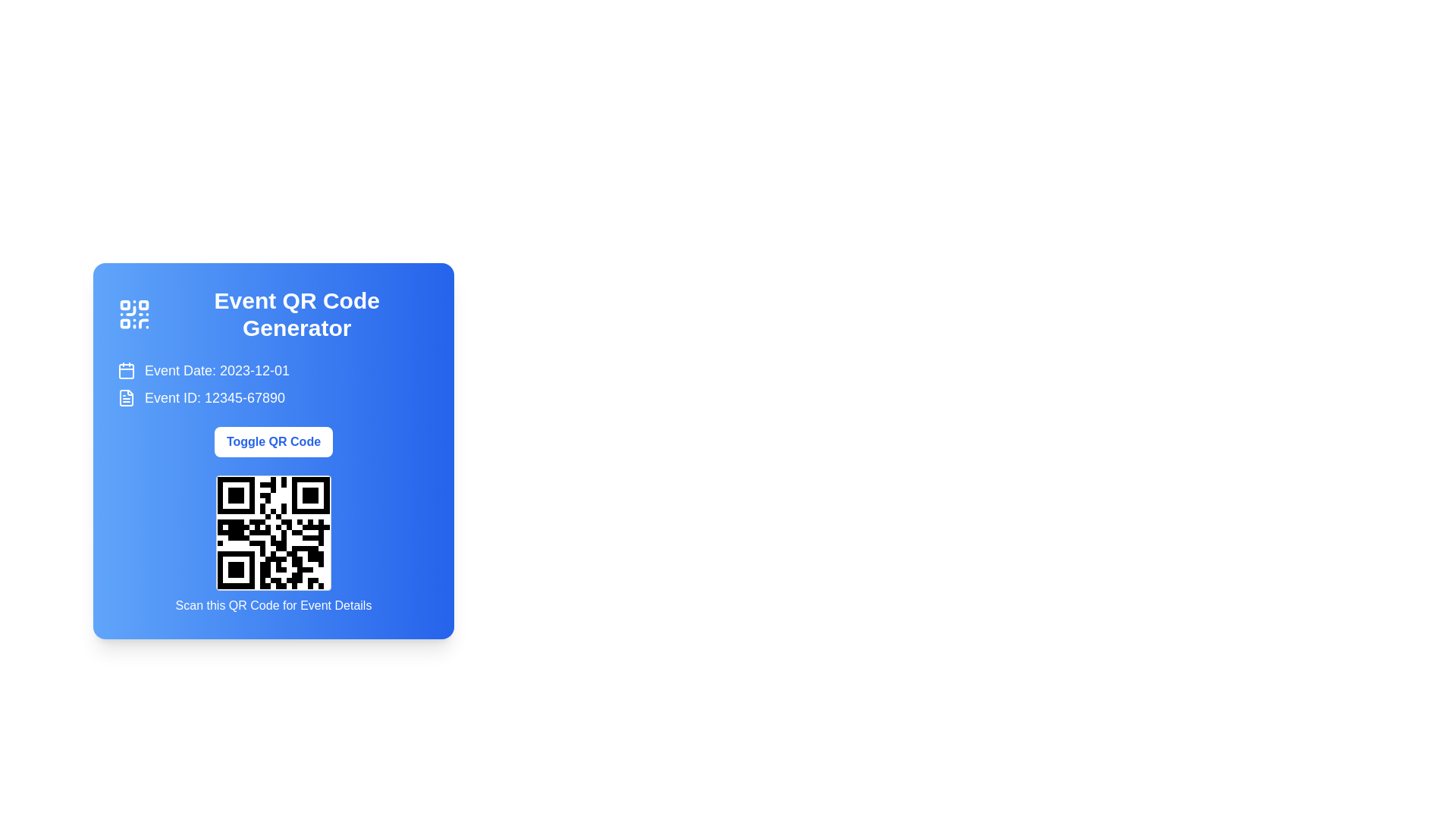 Image resolution: width=1456 pixels, height=819 pixels. Describe the element at coordinates (216, 371) in the screenshot. I see `the static text element displaying 'Event Date: 2023-12-01', which is styled with a larger text size and is positioned next to a calendar icon` at that location.